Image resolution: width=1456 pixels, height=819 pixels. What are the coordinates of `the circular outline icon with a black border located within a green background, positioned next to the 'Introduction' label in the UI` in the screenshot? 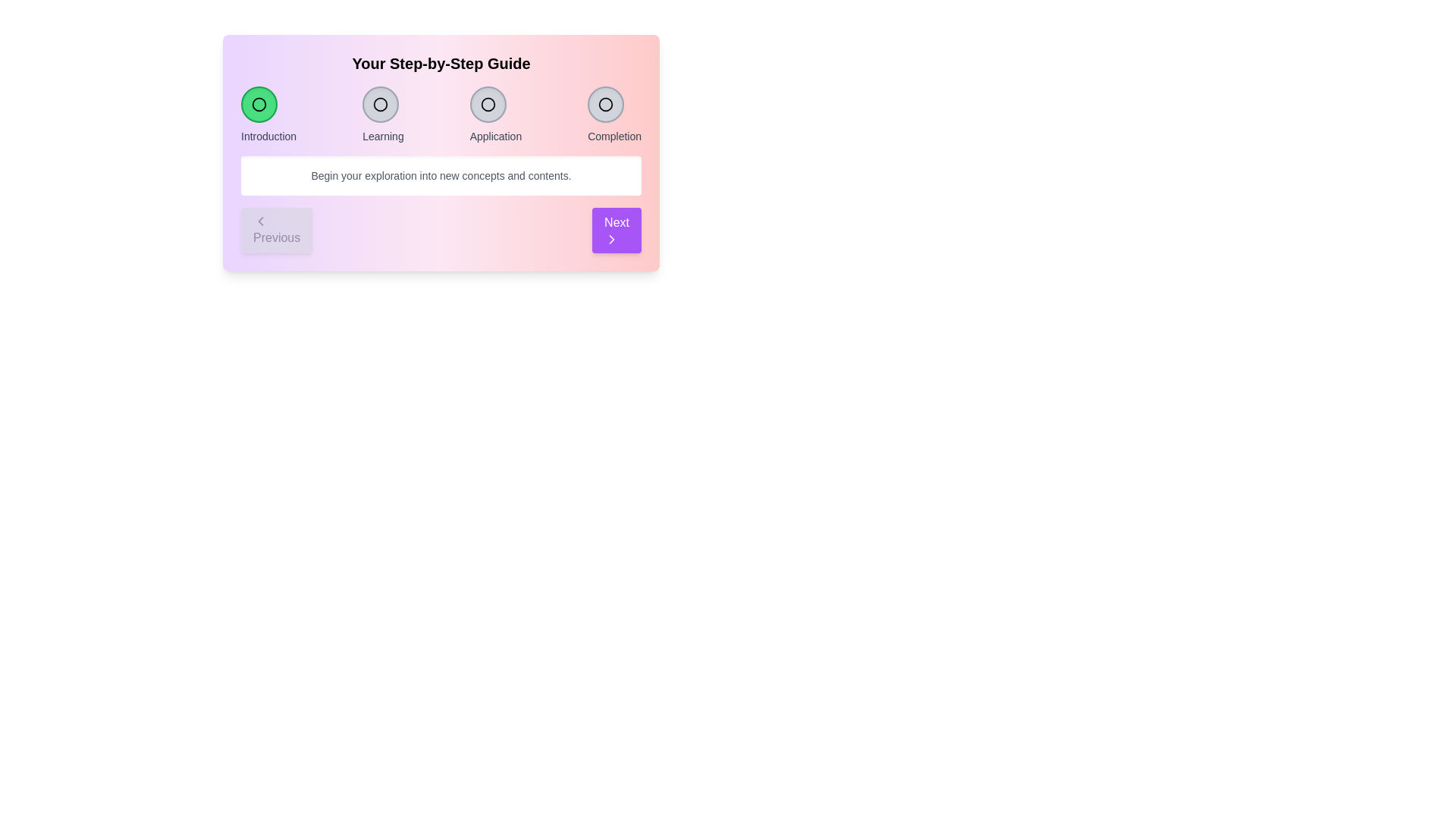 It's located at (259, 104).